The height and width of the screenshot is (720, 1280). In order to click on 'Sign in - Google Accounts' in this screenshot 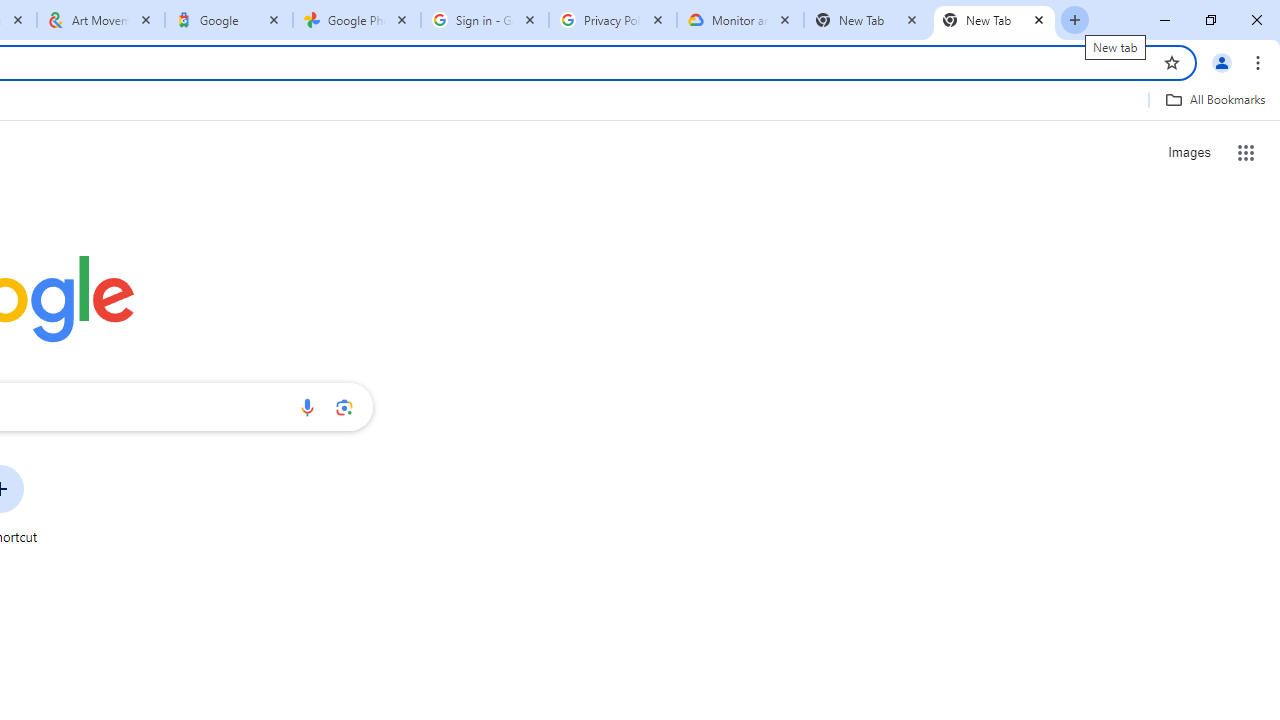, I will do `click(485, 20)`.